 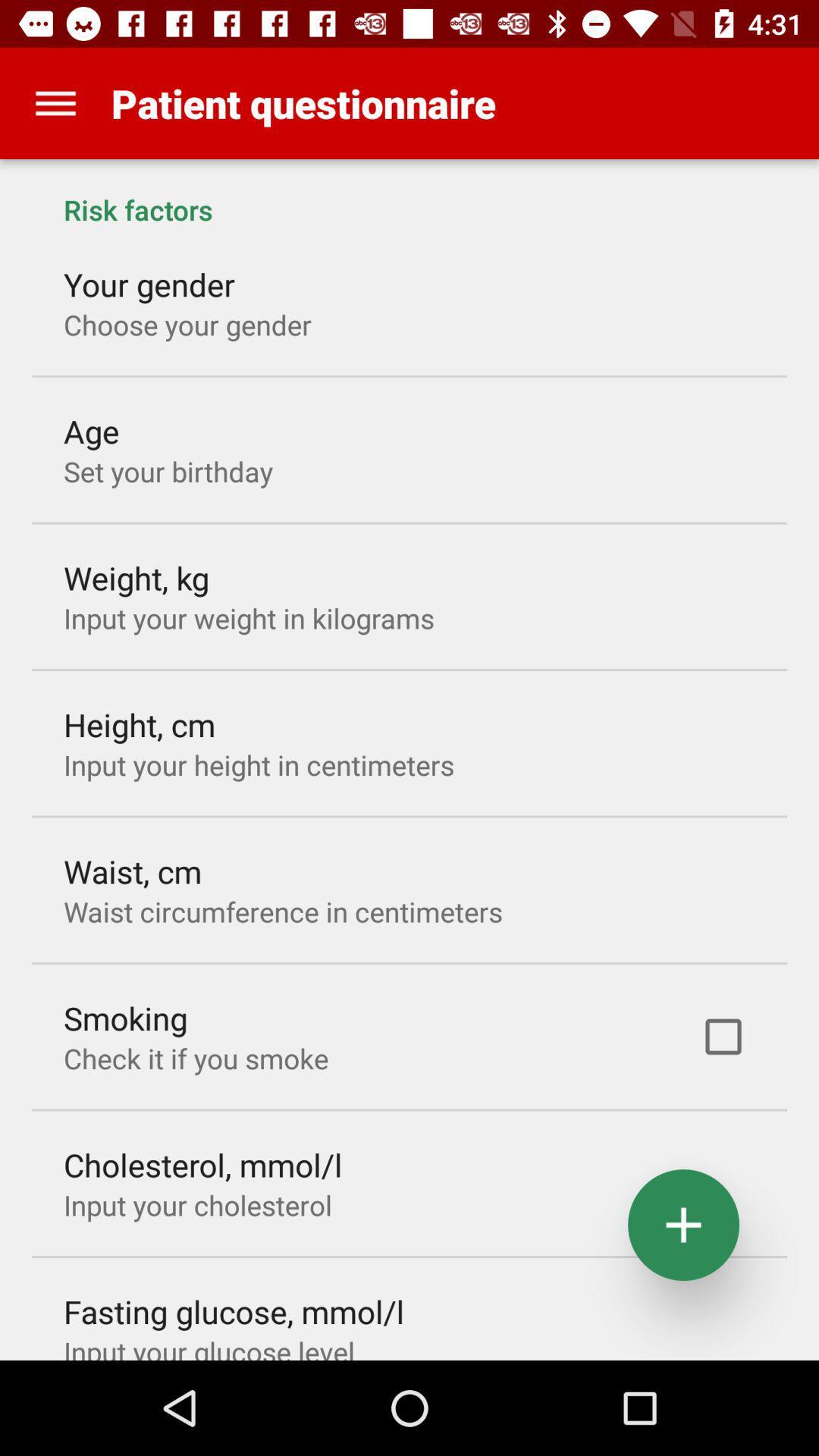 I want to click on weight, kg icon, so click(x=136, y=577).